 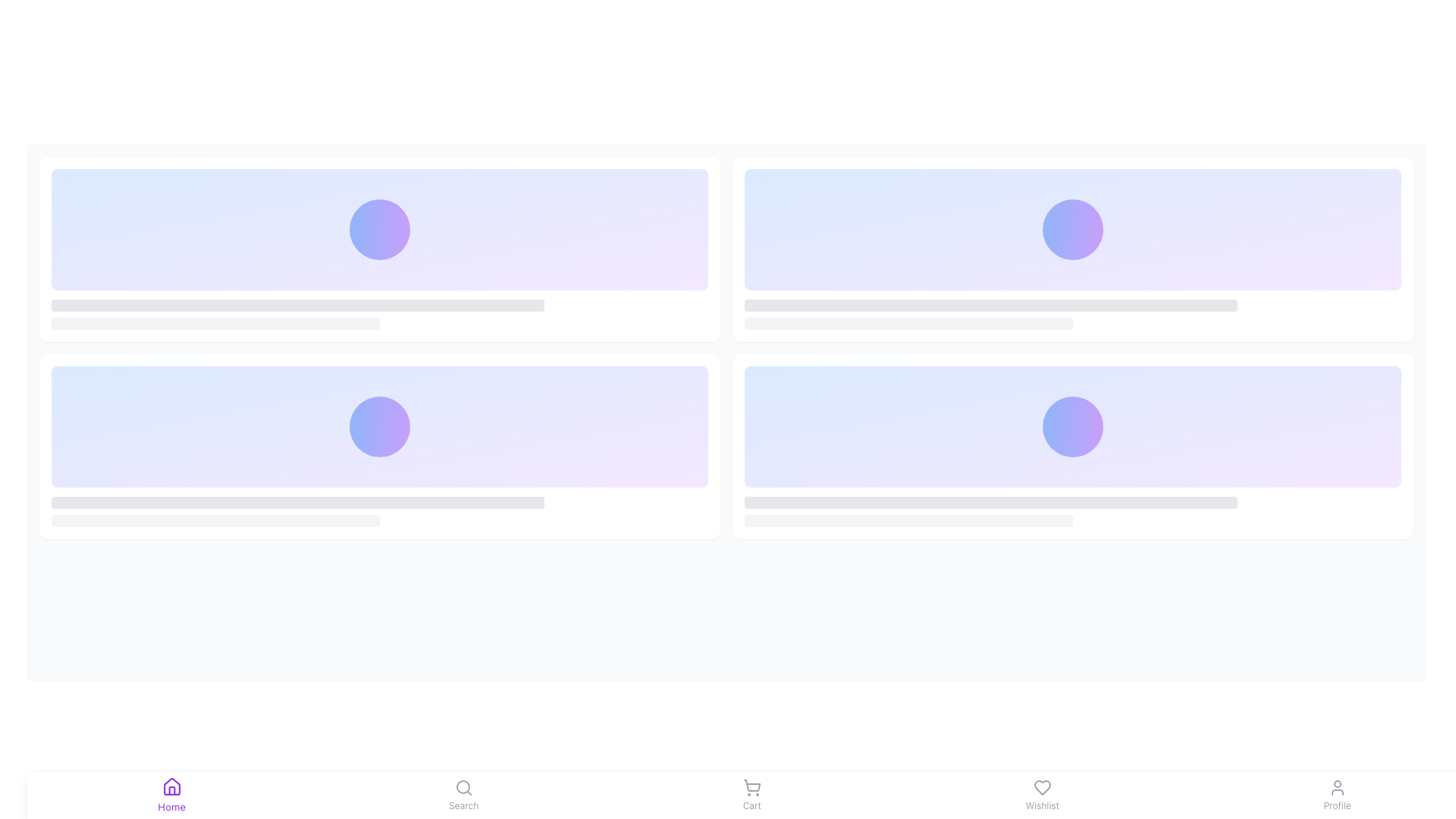 I want to click on the bottom-right card in the 2x2 grid layout, so click(x=1072, y=446).